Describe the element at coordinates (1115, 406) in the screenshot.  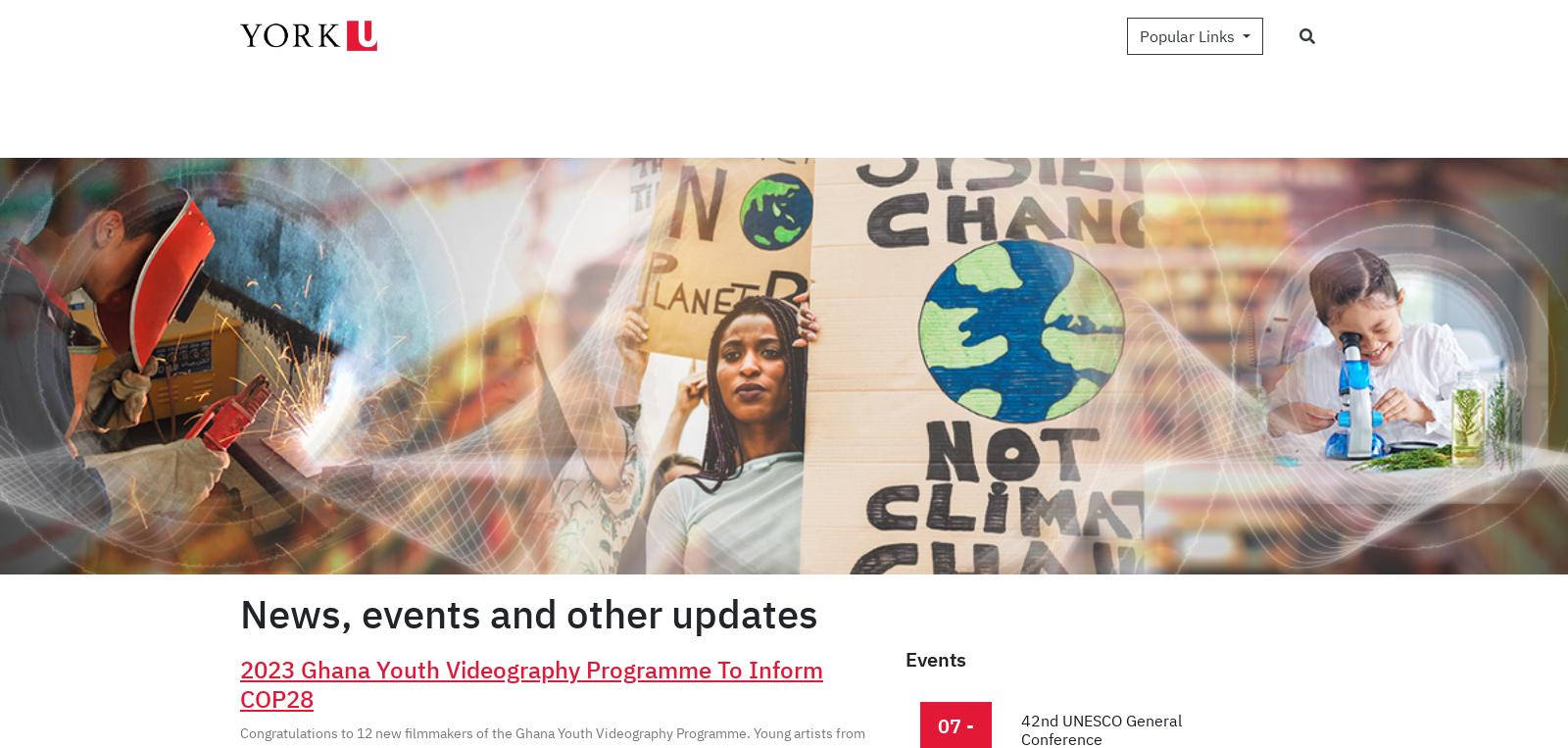
I see `'NEWS: Facilitating female employment in Jordan'` at that location.